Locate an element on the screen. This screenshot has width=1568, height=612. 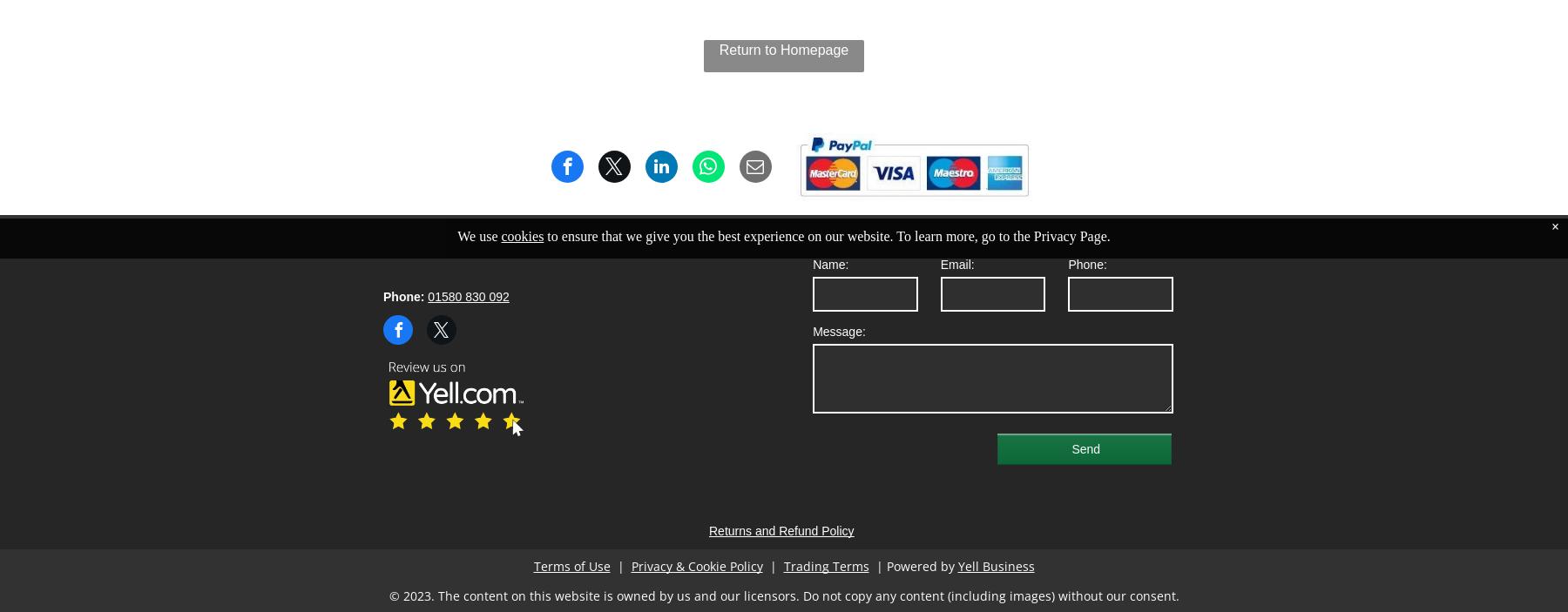
'Earthborn Paints' is located at coordinates (665, 71).